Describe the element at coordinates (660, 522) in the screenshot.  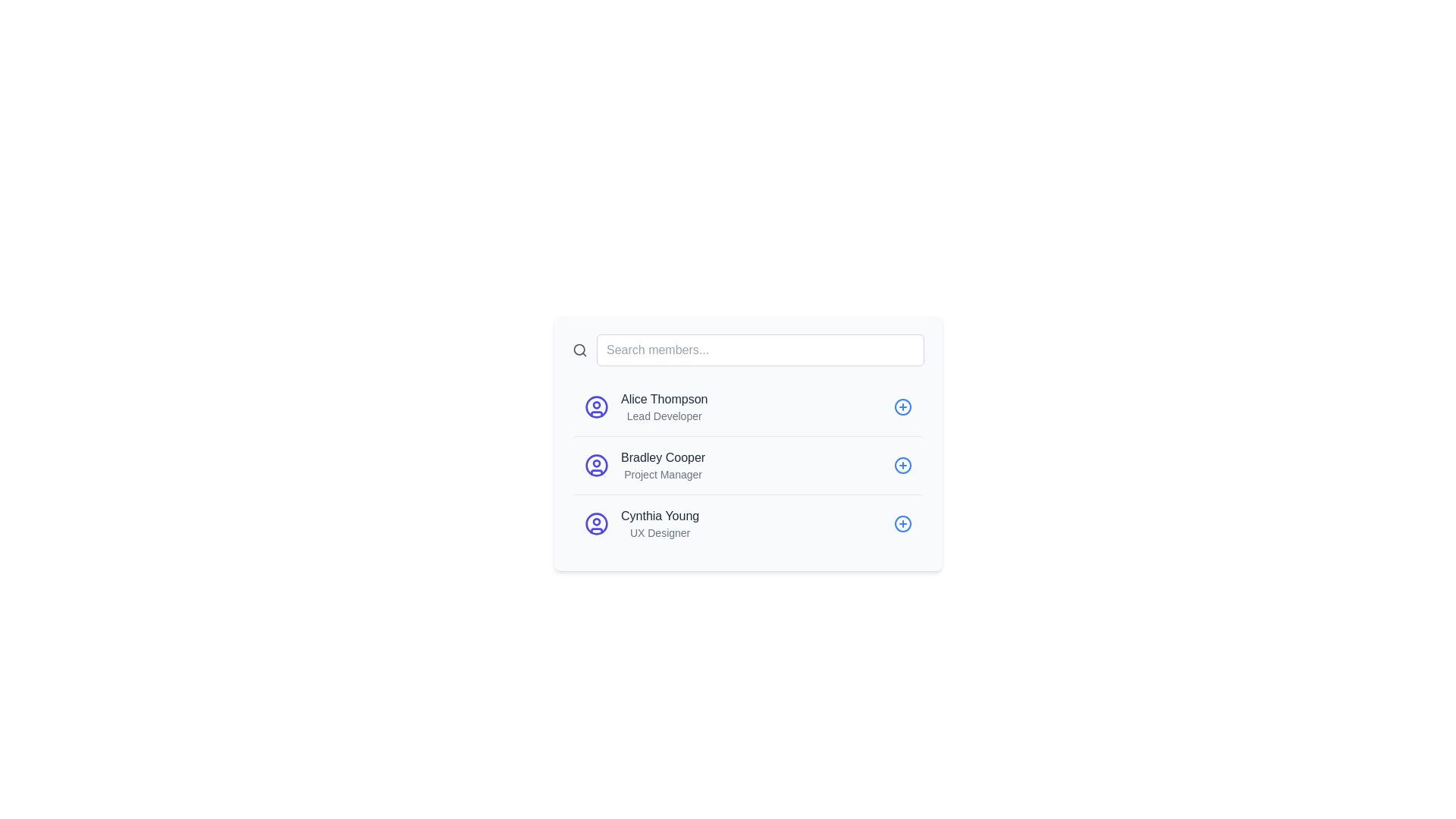
I see `the Information Display: Name and Role element showing 'Cynthia Young - UX Designer'` at that location.